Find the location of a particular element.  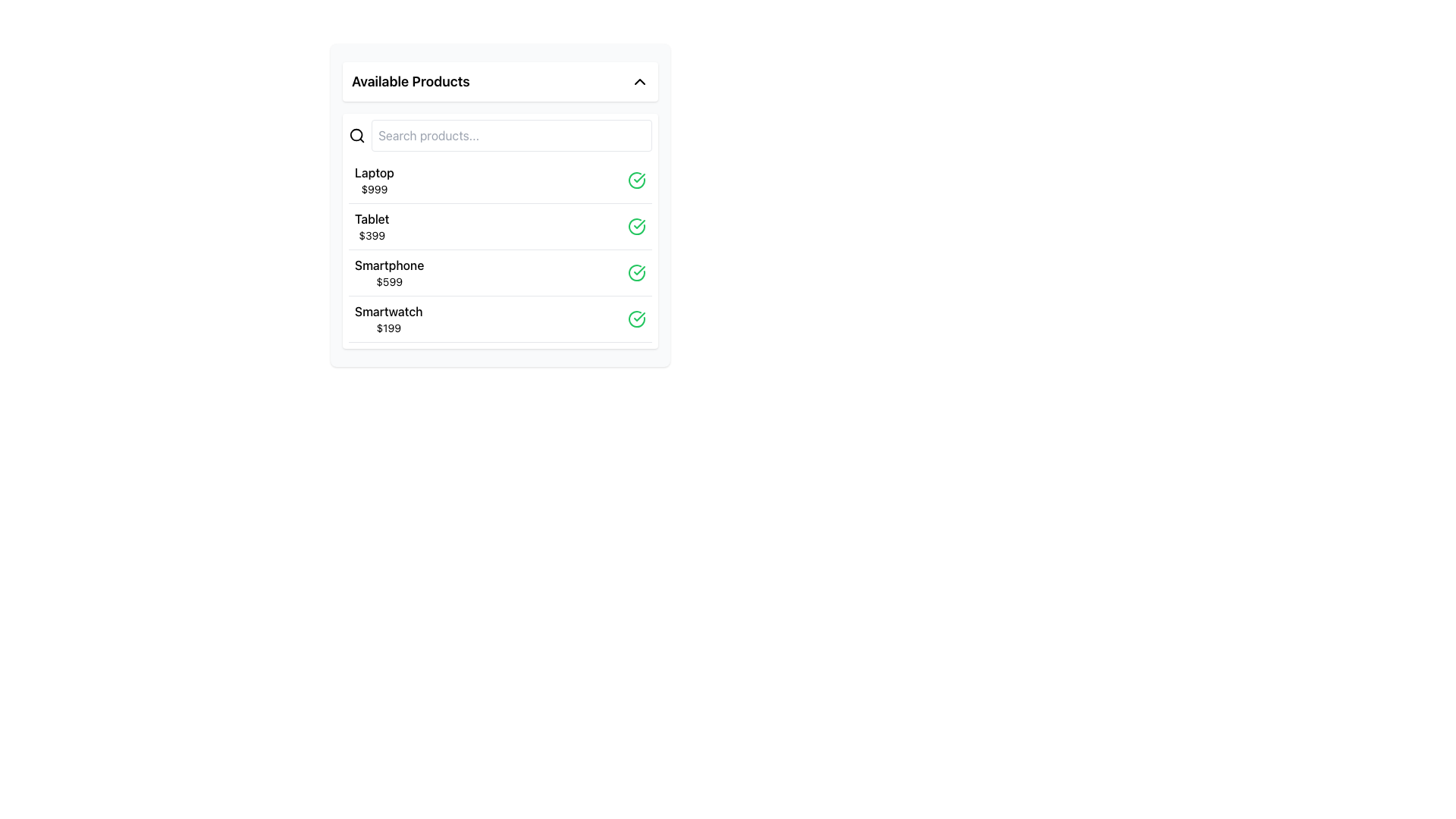

the circle-checkmark icon that indicates the availability of the Smartphone, located to the right of the label and price in the product list is located at coordinates (637, 271).